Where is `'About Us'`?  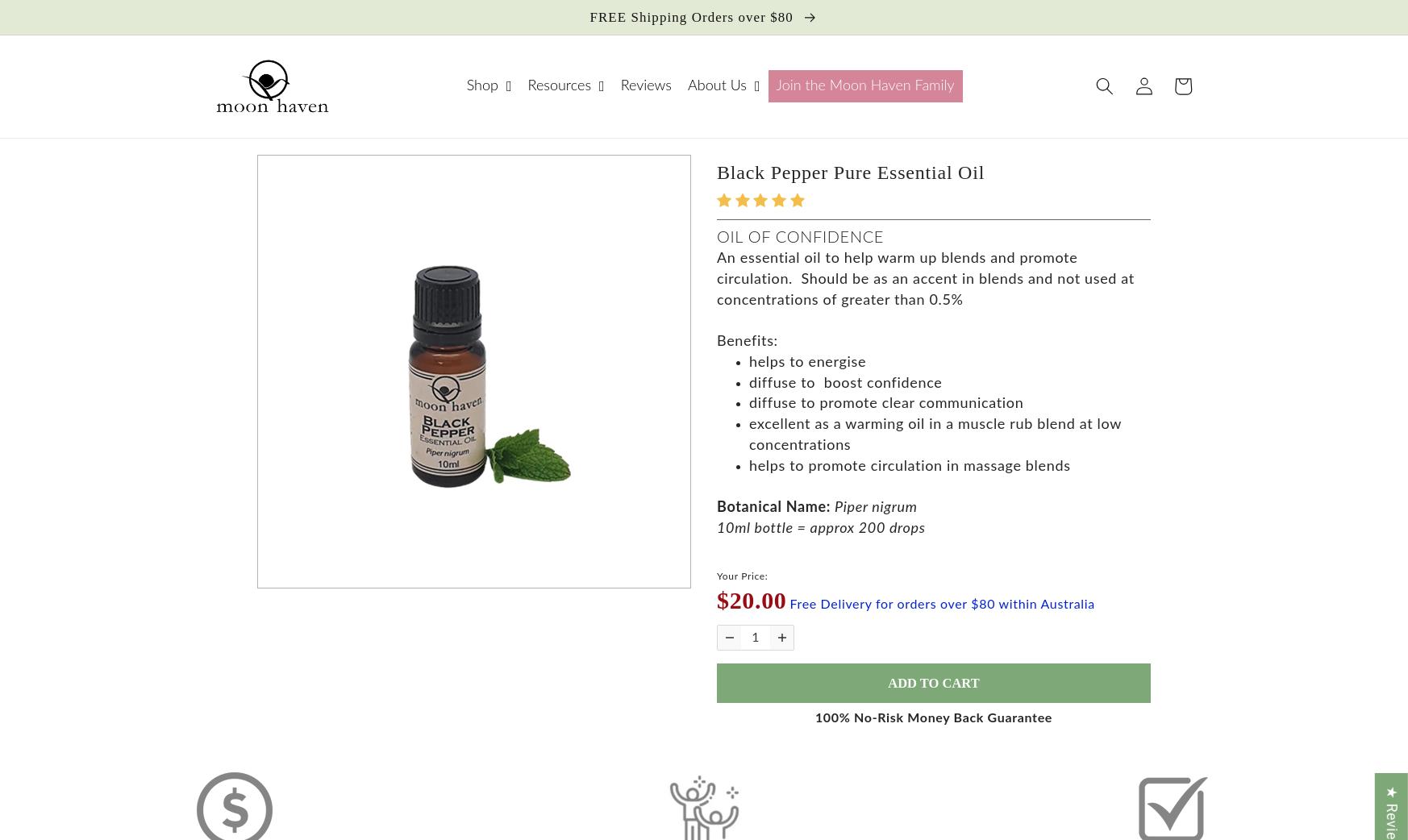
'About Us' is located at coordinates (716, 86).